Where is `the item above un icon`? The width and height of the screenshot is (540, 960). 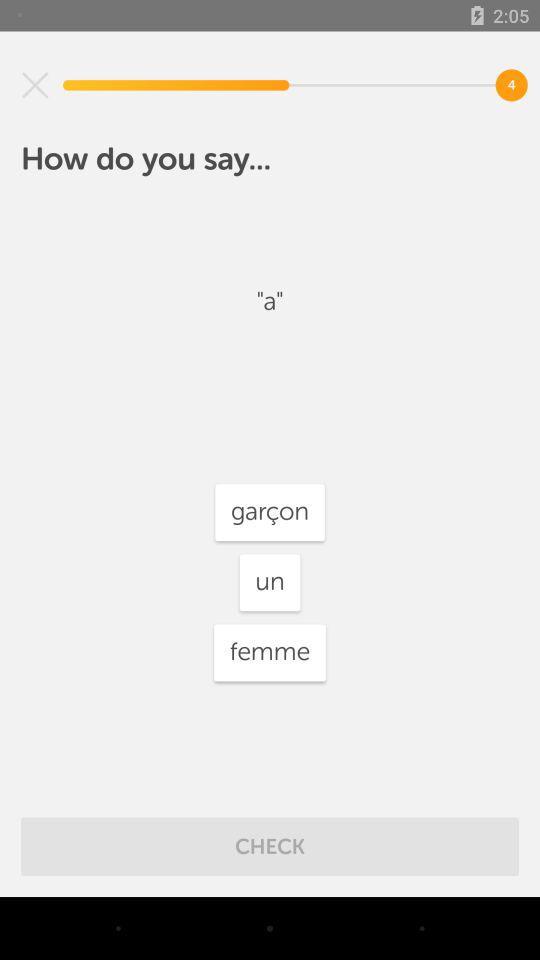 the item above un icon is located at coordinates (270, 511).